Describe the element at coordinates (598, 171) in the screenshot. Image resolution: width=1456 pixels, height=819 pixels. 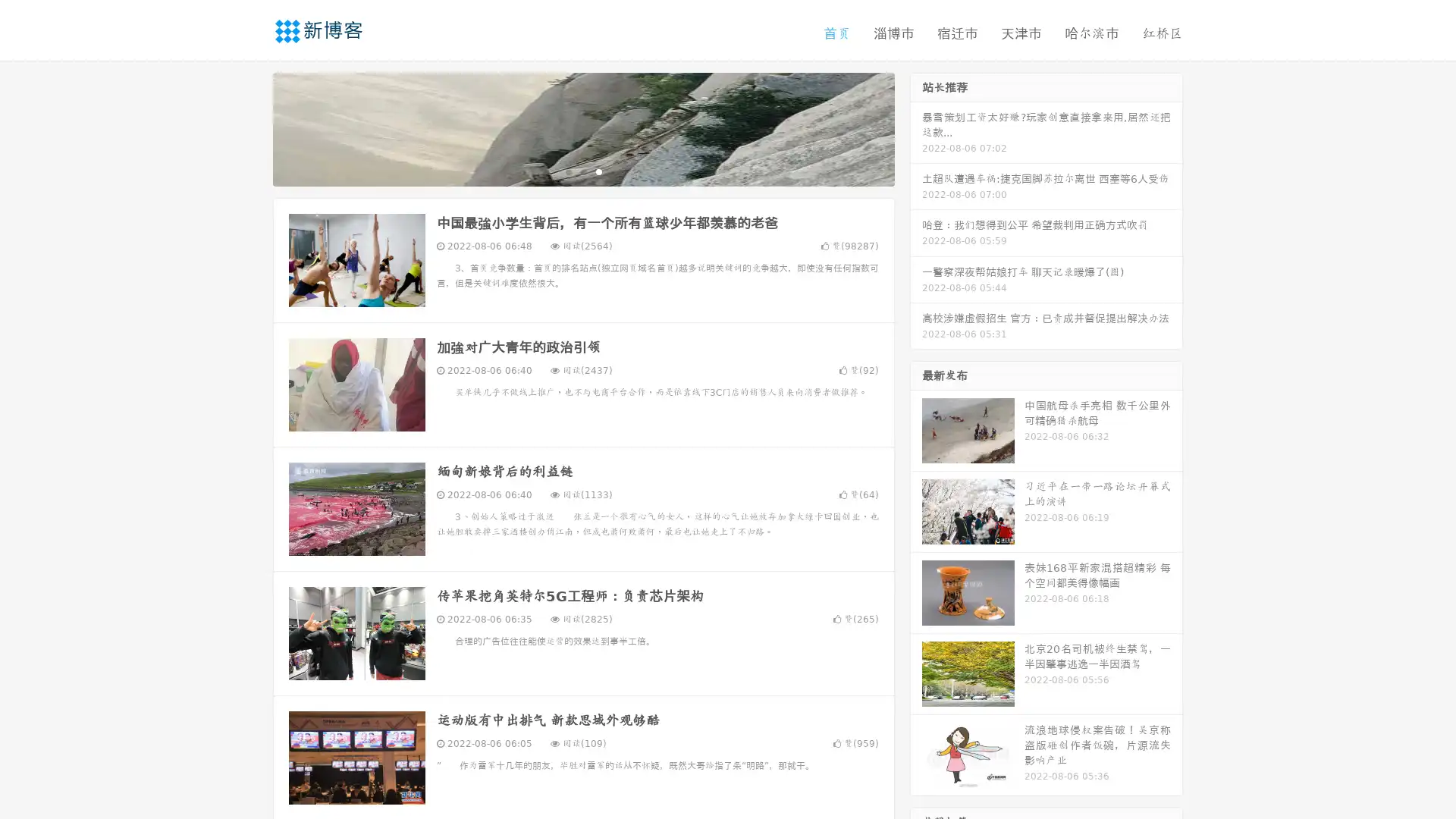
I see `Go to slide 3` at that location.